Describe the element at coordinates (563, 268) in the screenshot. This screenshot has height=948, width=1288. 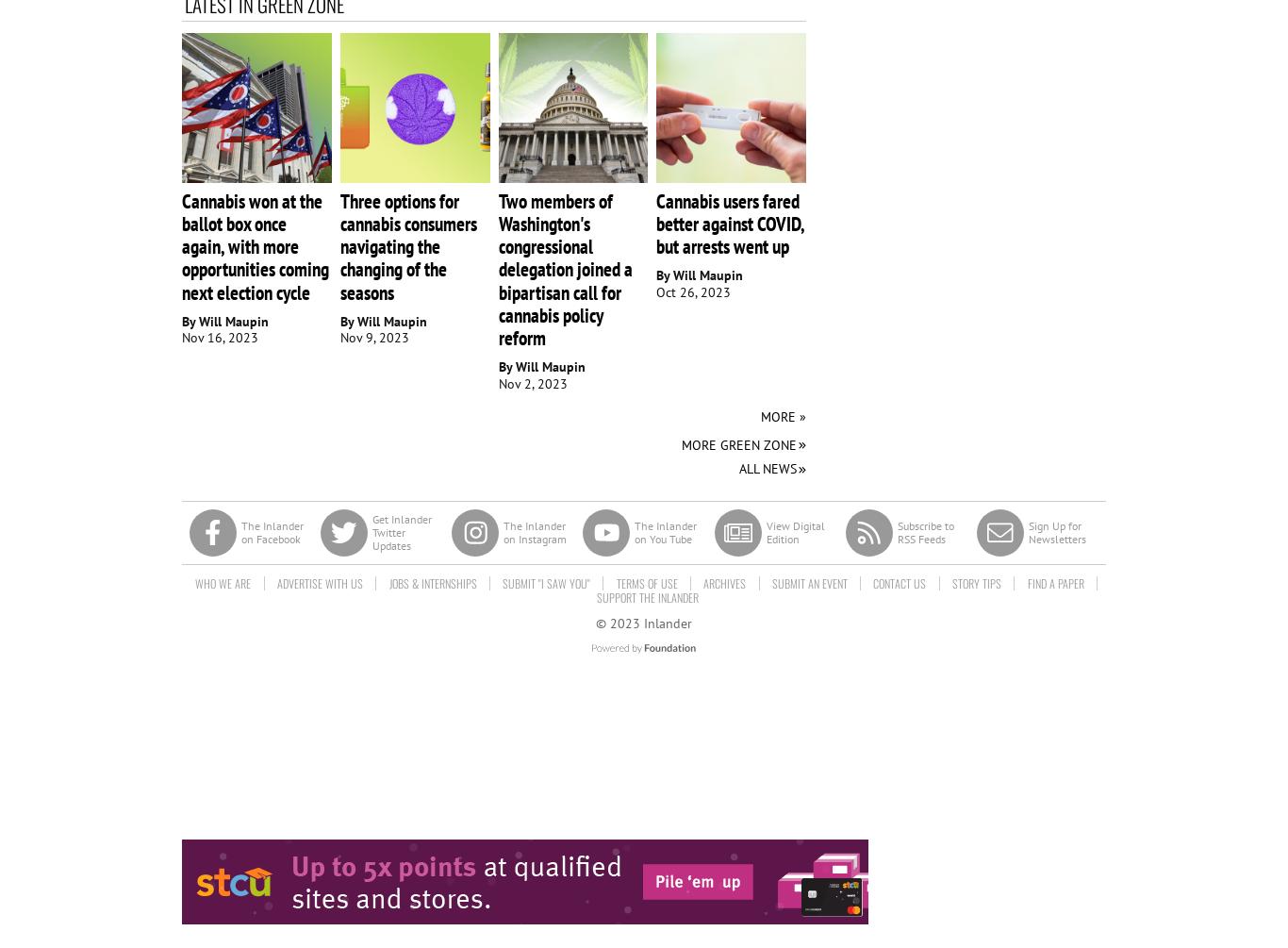
I see `'Two members of Washington's congressional delegation joined a bipartisan call for cannabis policy reform'` at that location.